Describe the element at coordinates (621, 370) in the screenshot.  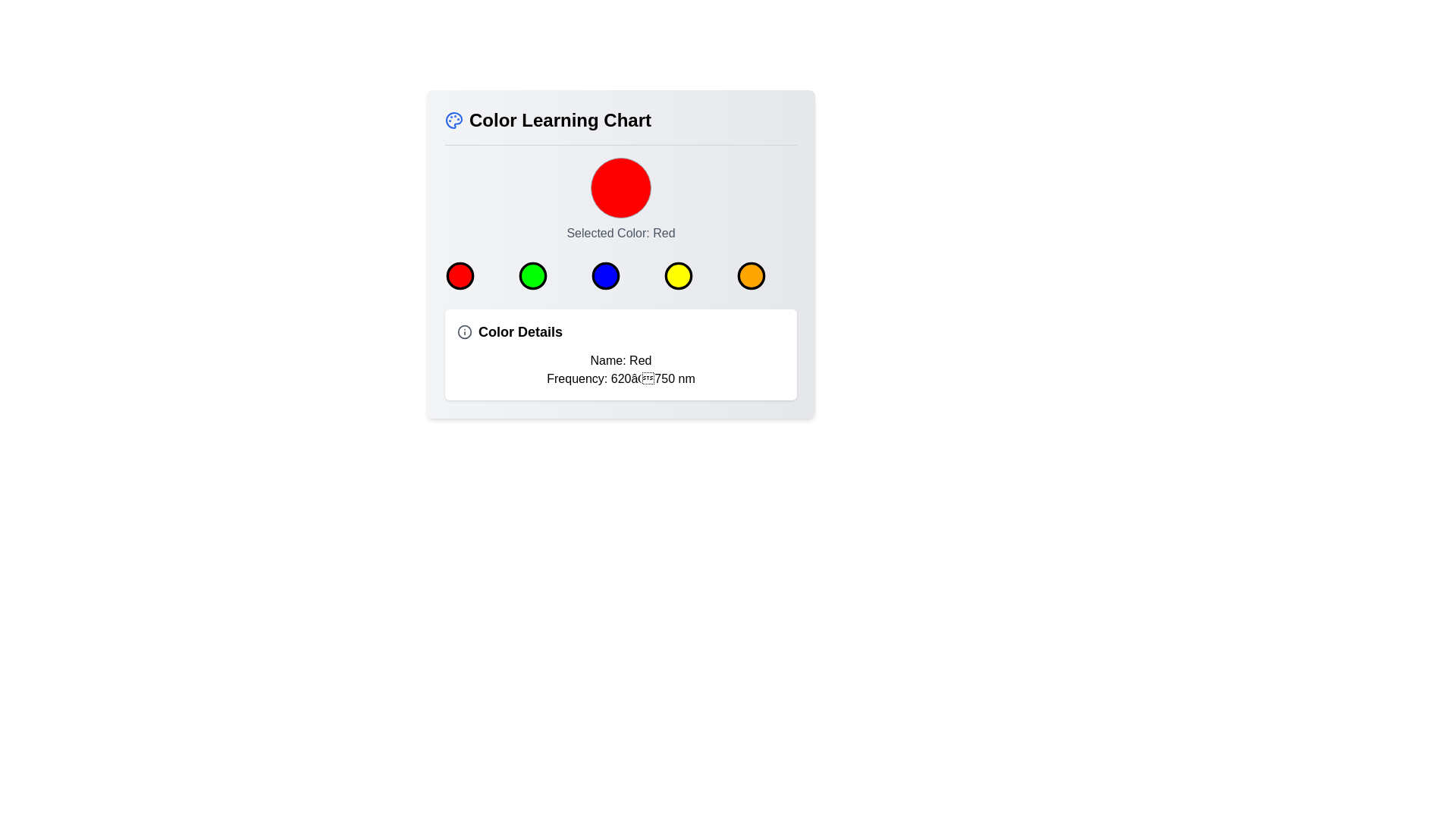
I see `static text element displaying 'Name: Red' and 'Frequency: 620–750 nm' located in the 'Color Details' box` at that location.